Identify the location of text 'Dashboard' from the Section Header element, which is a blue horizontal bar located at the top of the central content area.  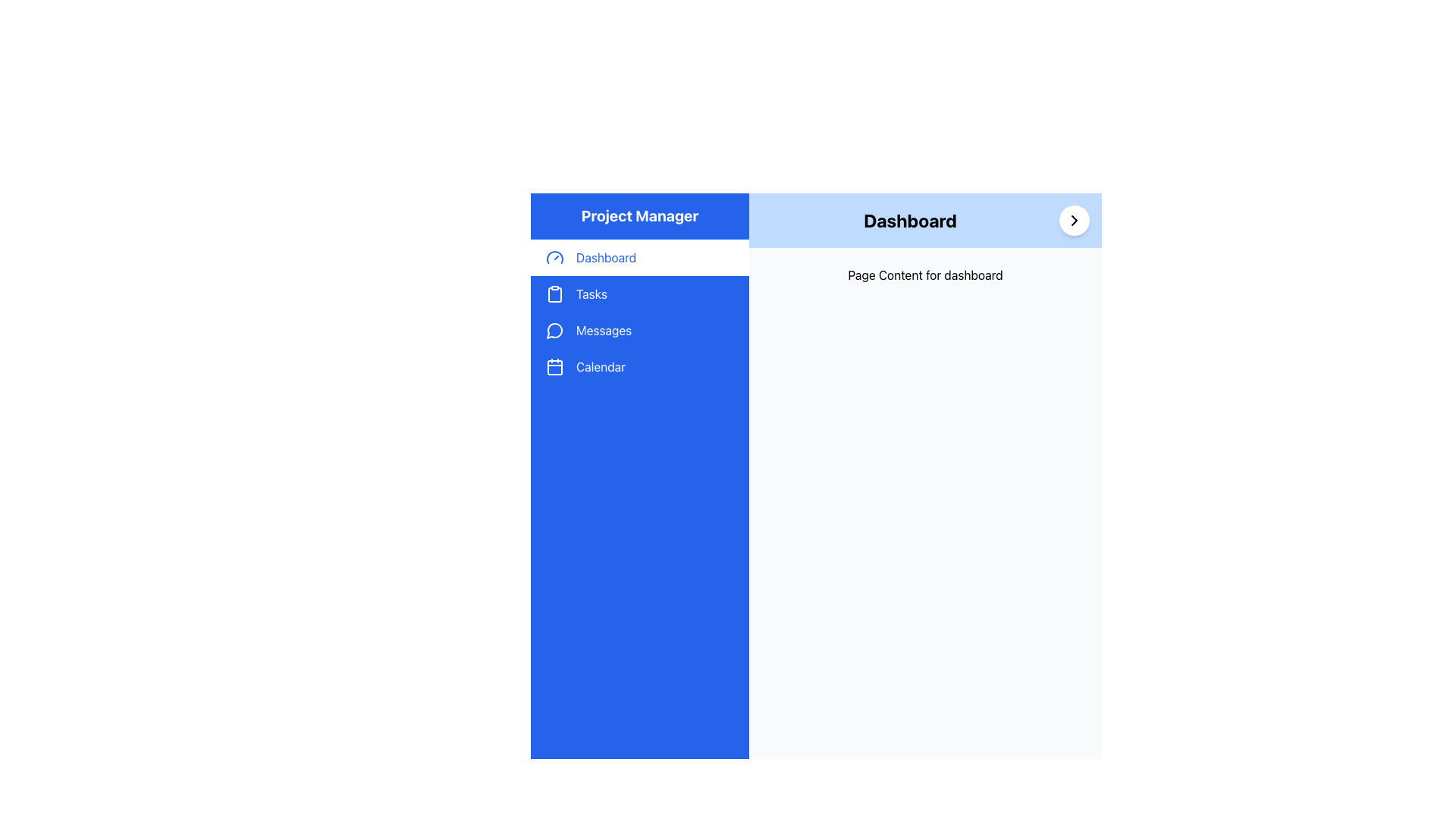
(924, 220).